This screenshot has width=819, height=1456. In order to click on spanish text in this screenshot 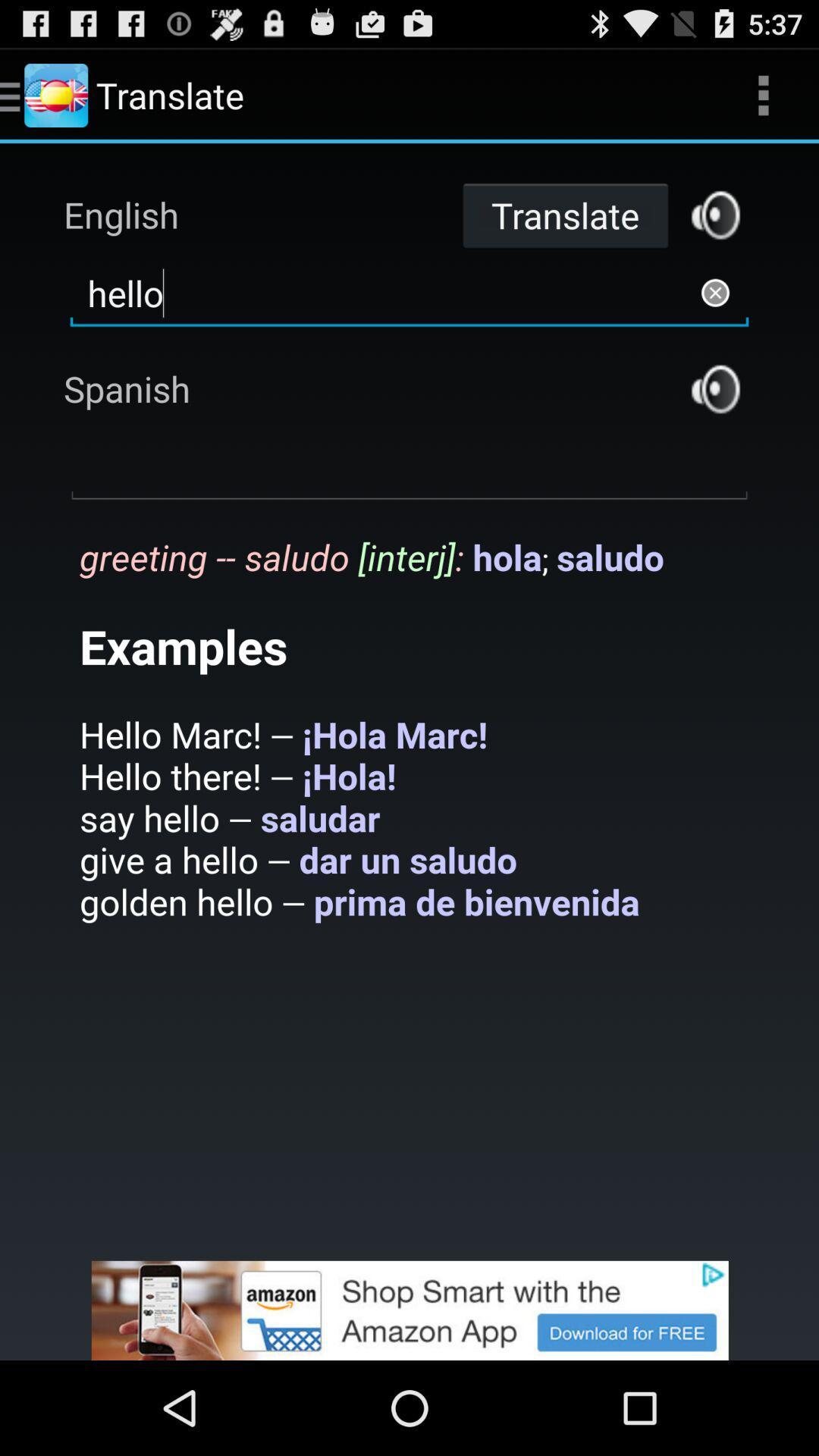, I will do `click(409, 467)`.